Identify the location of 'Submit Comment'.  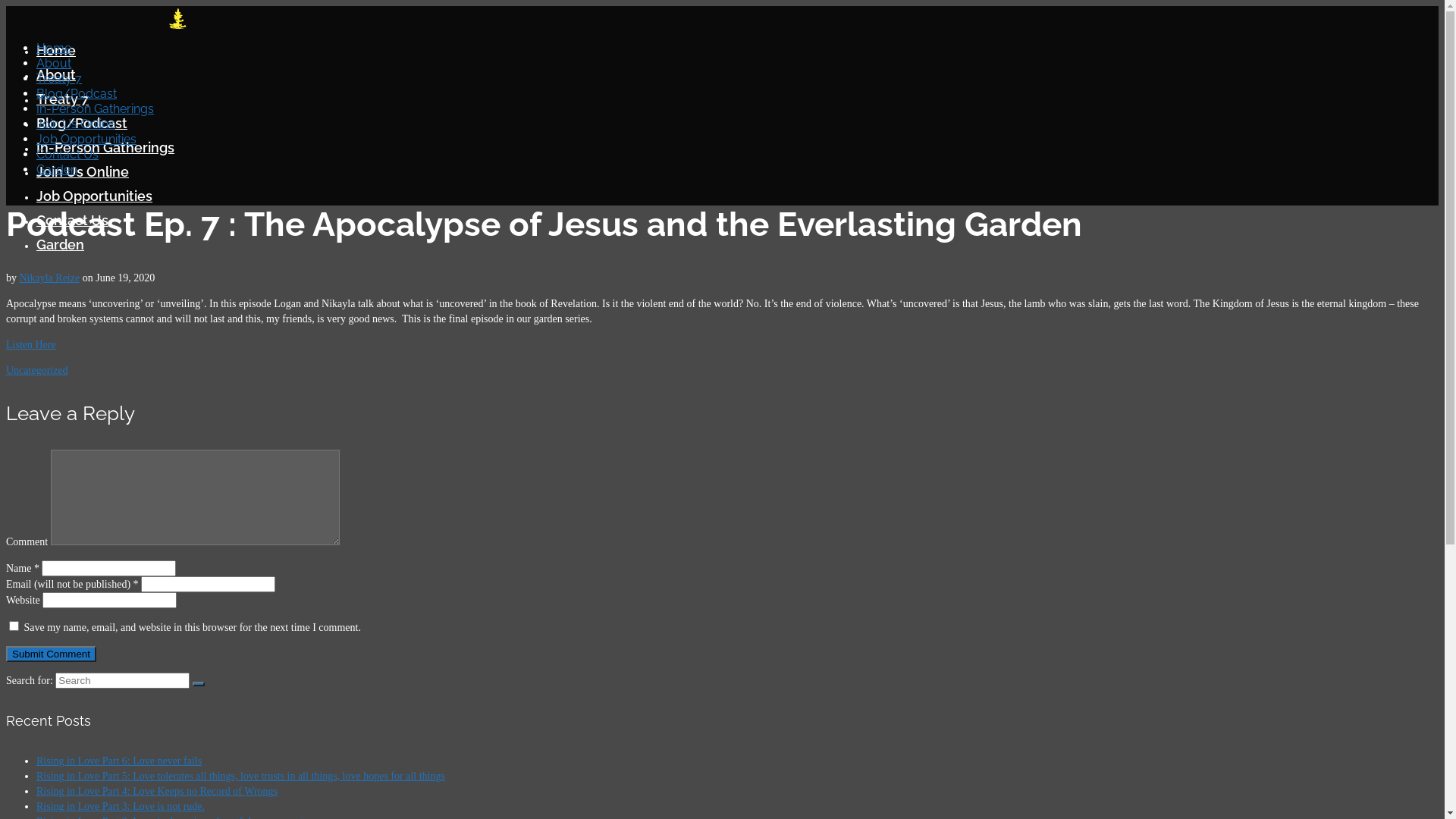
(6, 653).